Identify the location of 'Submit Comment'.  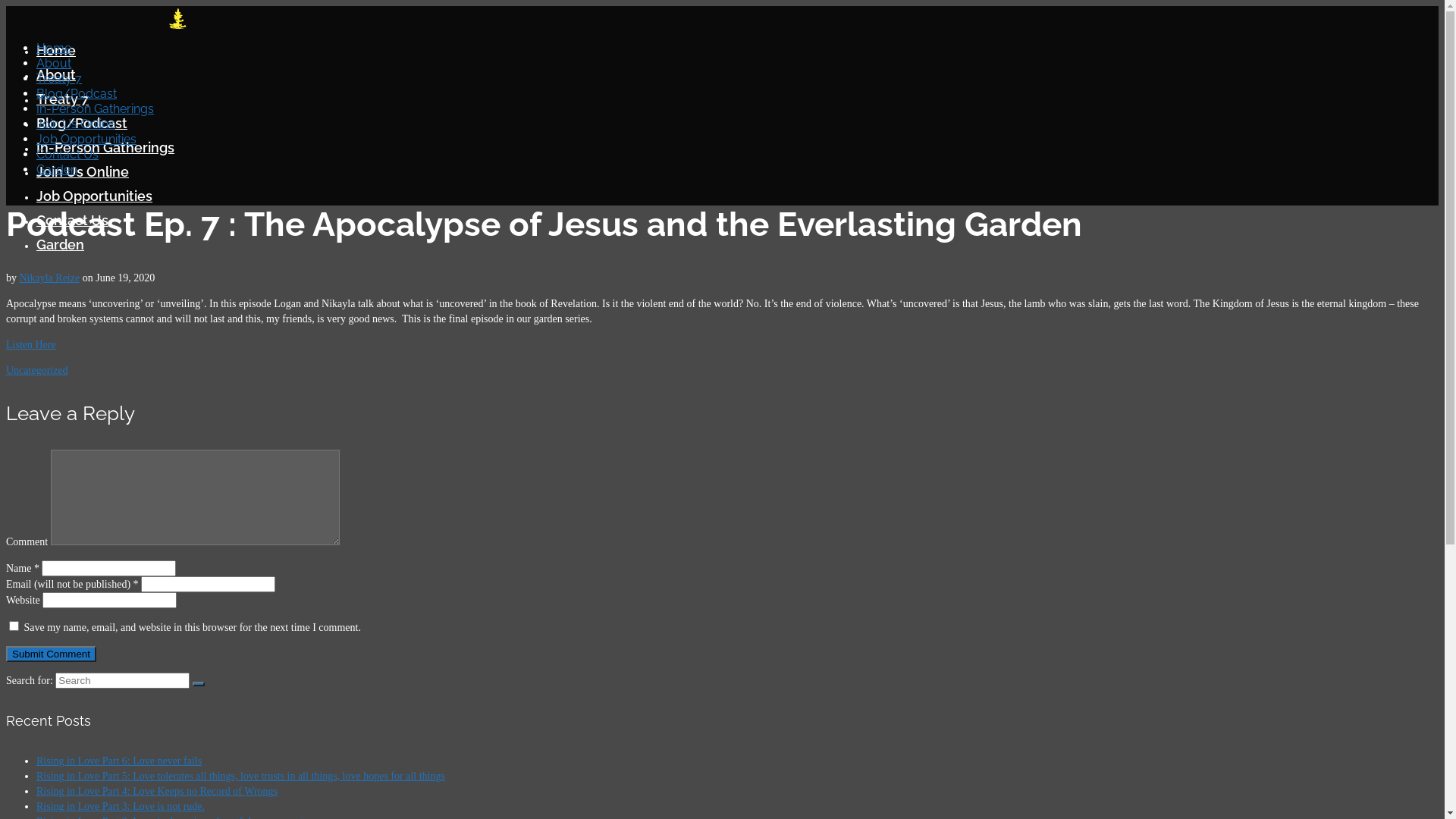
(6, 653).